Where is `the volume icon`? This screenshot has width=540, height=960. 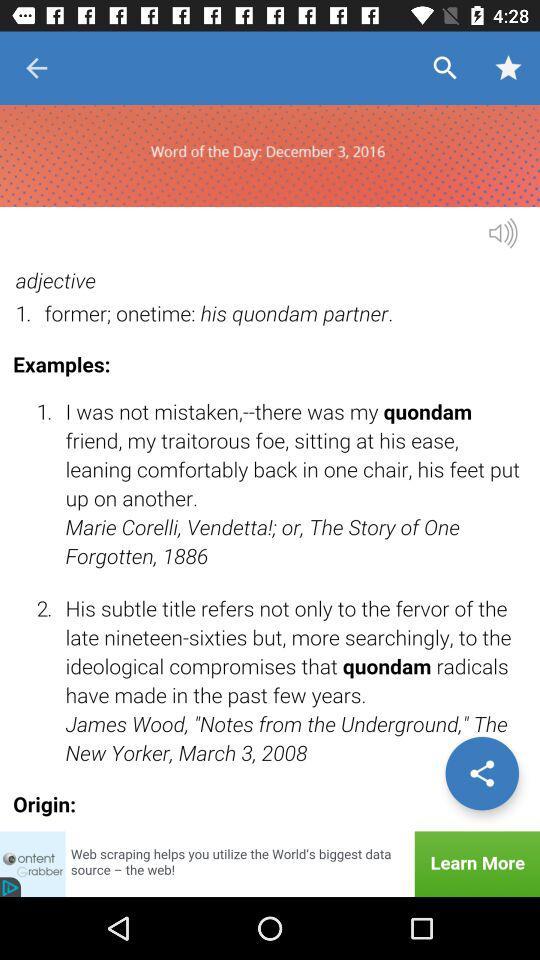 the volume icon is located at coordinates (502, 233).